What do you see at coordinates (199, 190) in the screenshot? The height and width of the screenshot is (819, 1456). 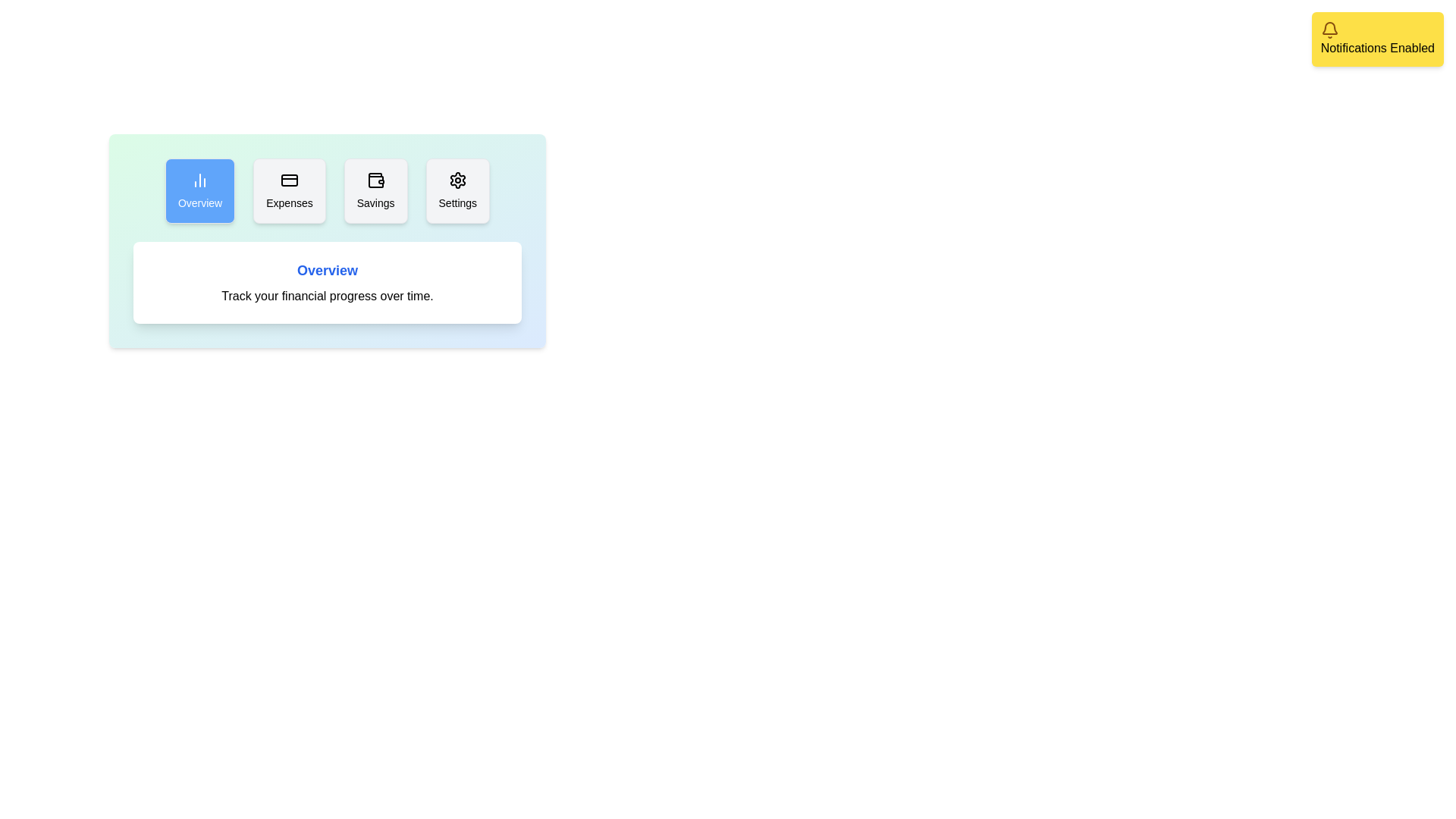 I see `the tab Overview by clicking on it` at bounding box center [199, 190].